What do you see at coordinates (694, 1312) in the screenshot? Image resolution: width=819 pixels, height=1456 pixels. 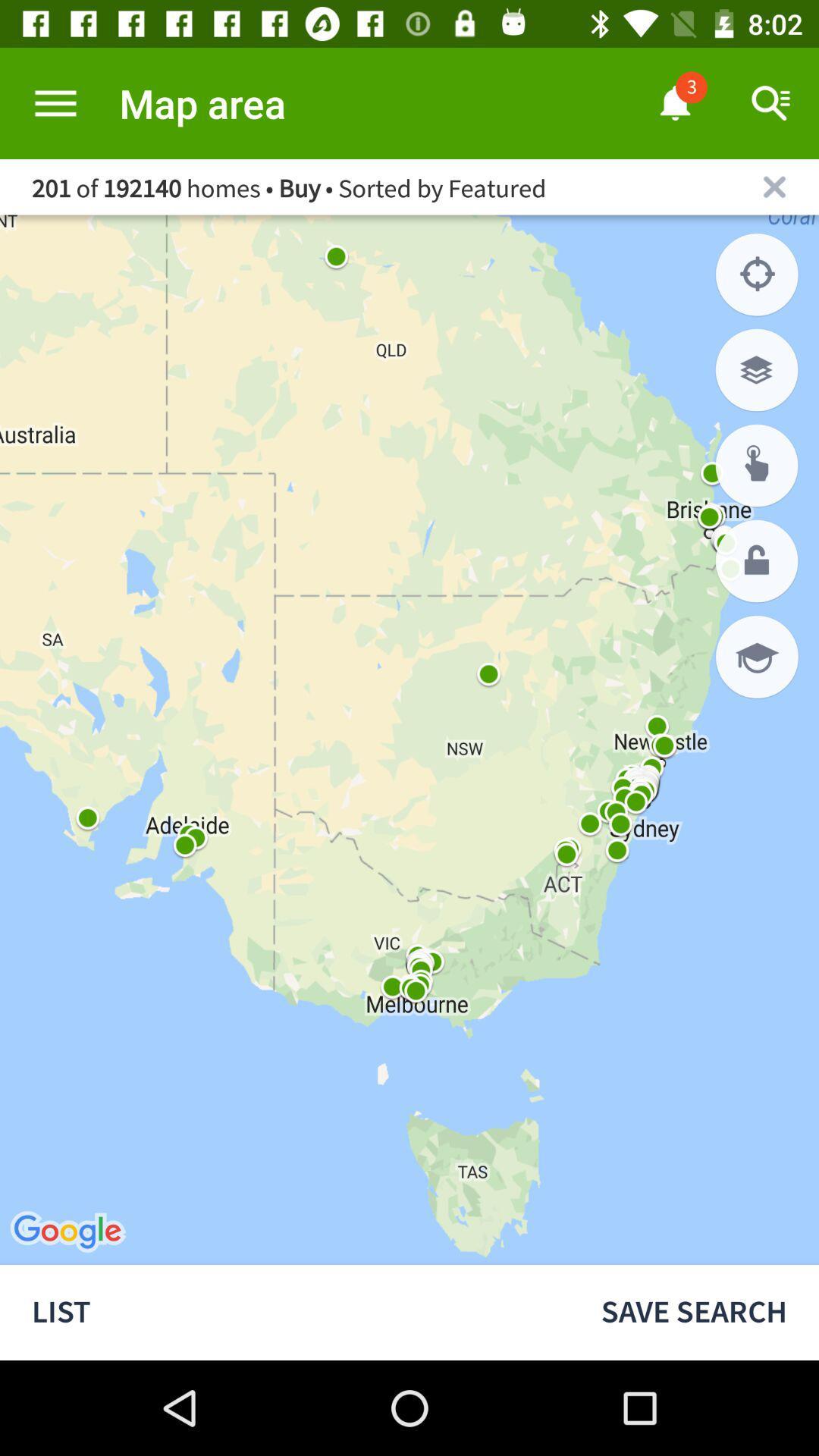 I see `the icon to the right of list icon` at bounding box center [694, 1312].